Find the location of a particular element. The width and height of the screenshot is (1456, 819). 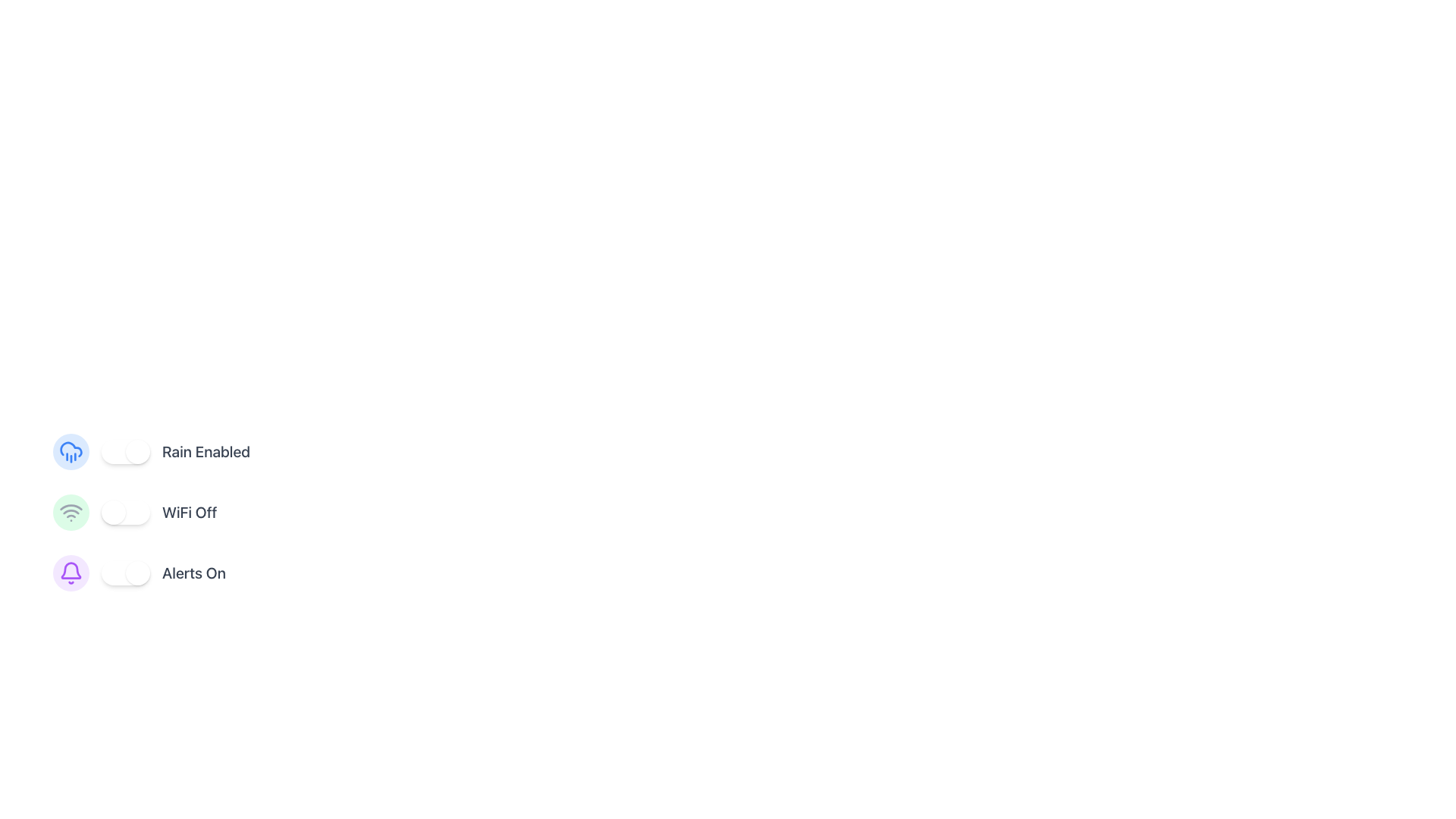

the static text label that indicates the 'WiFi Off' state, which is positioned to the far right of the toggle switch in the second control group of a vertical stack is located at coordinates (189, 512).